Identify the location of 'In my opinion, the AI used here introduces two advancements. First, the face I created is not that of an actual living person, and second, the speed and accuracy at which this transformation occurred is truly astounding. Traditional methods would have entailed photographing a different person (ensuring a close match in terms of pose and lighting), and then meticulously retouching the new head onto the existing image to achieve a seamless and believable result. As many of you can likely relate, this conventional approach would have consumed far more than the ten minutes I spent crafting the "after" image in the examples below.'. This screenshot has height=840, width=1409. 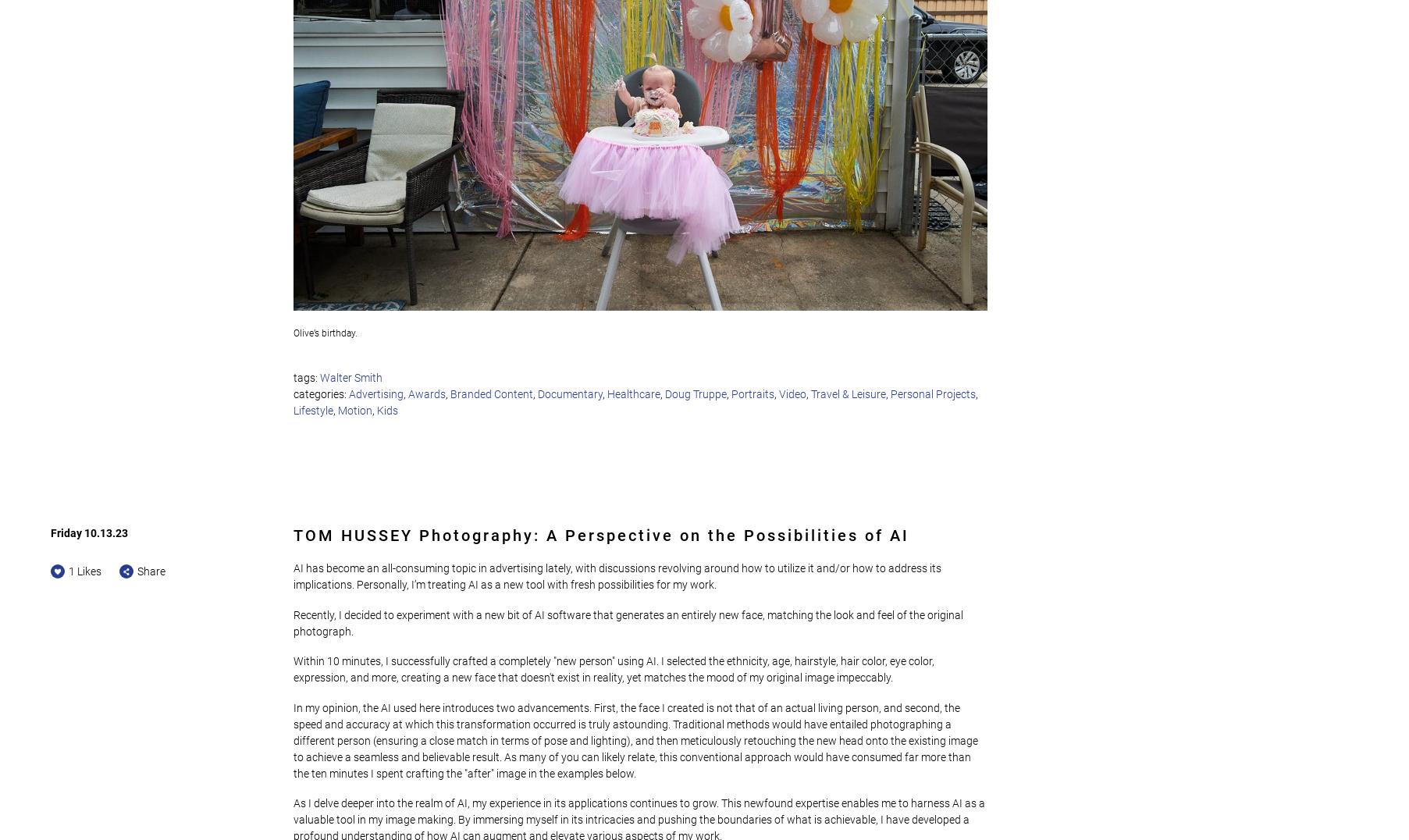
(637, 739).